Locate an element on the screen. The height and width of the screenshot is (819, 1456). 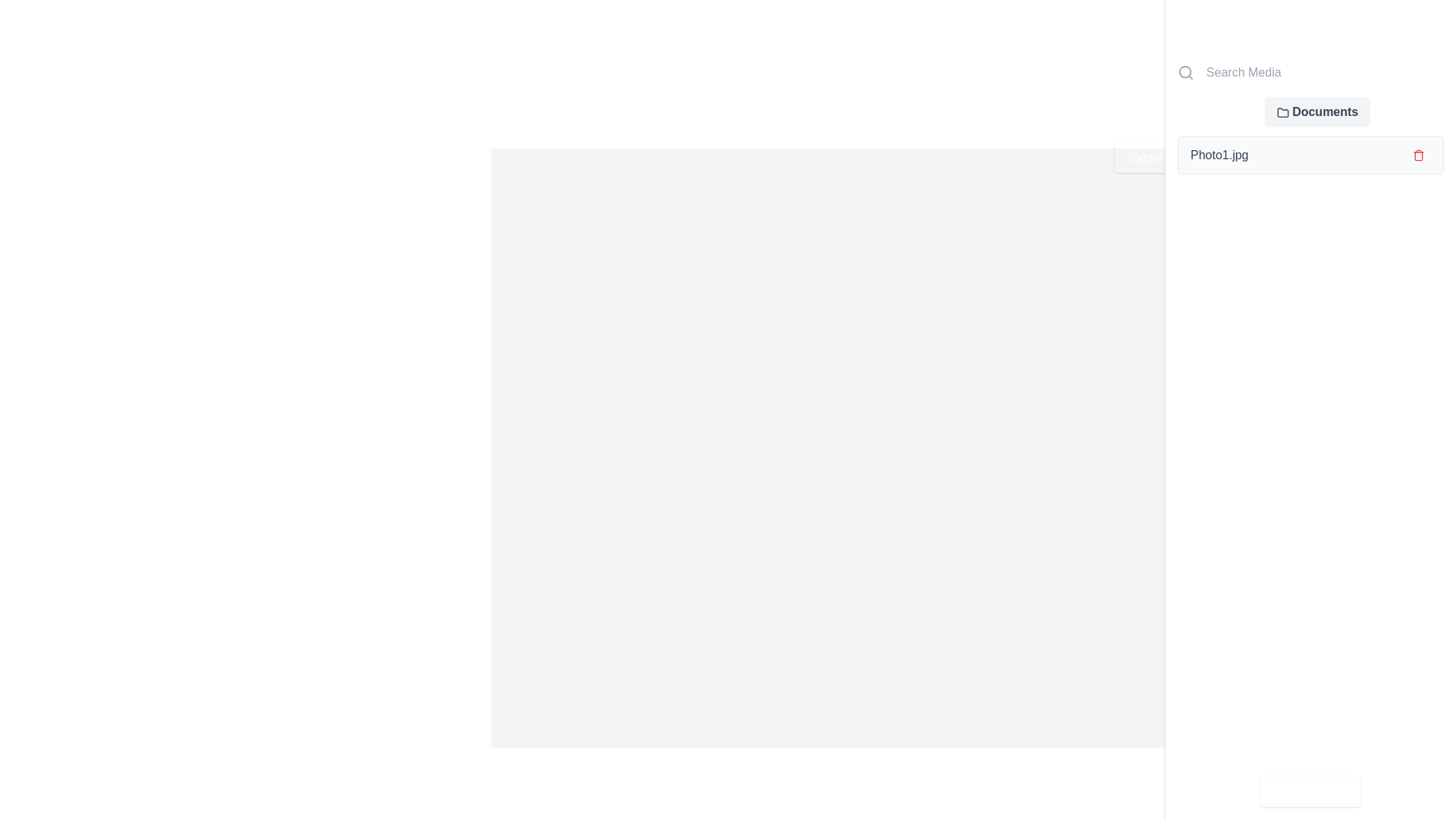
the red trash can icon located to the far right of the filename display 'Photo1.jpg' is located at coordinates (1418, 155).